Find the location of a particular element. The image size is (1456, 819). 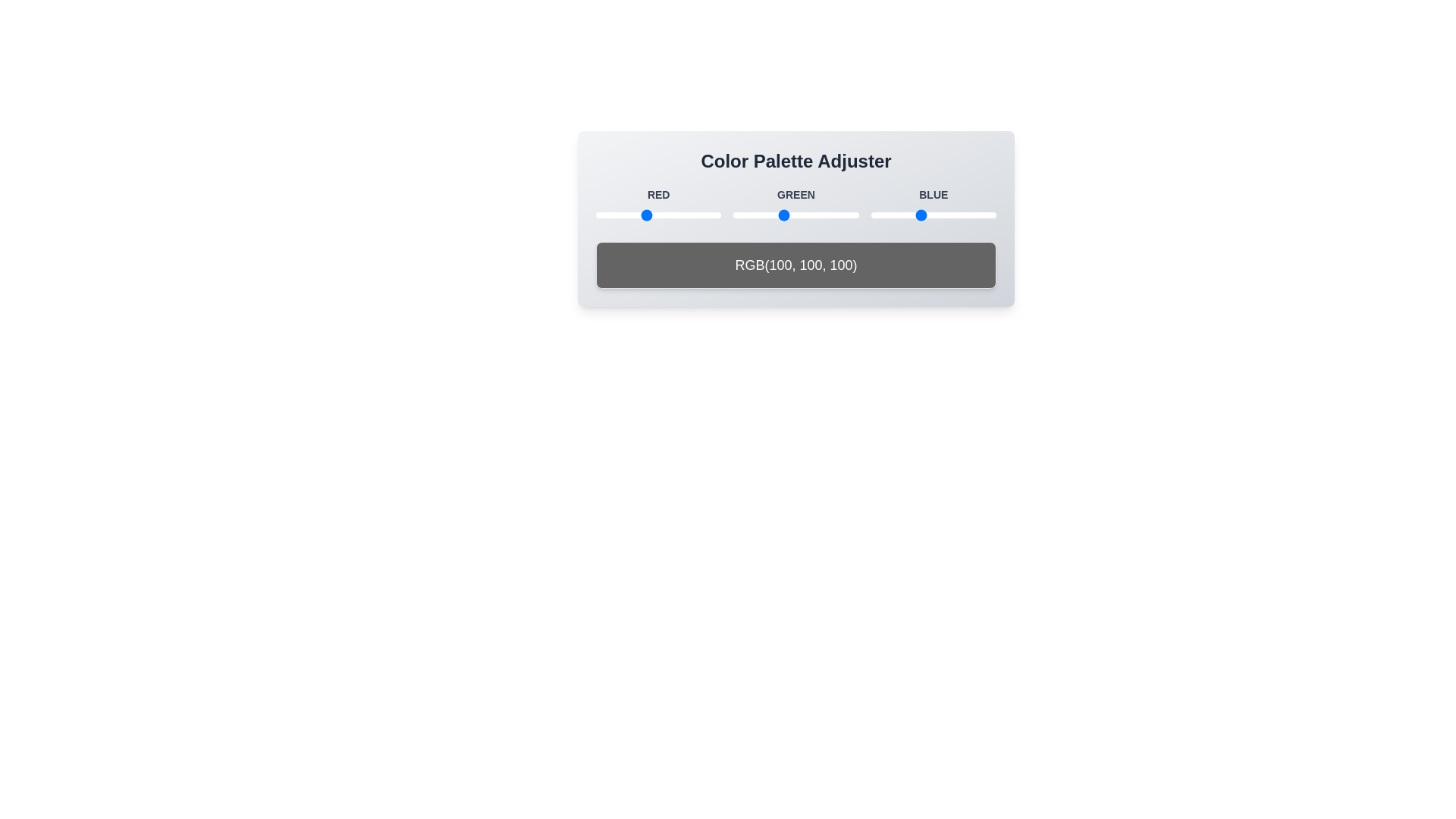

the green color value to 89 by adjusting the slider is located at coordinates (777, 215).